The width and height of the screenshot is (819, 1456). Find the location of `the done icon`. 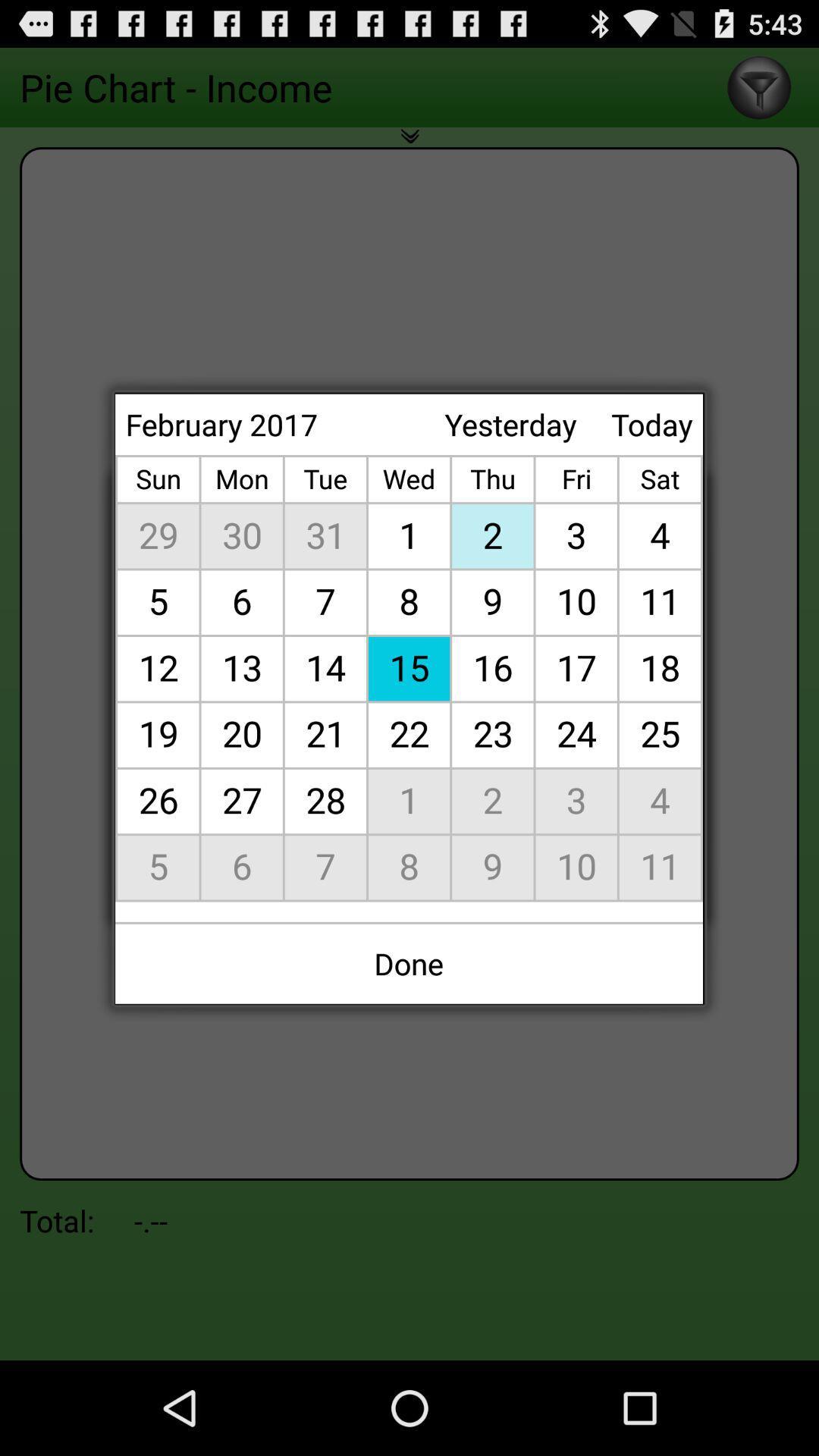

the done icon is located at coordinates (408, 963).